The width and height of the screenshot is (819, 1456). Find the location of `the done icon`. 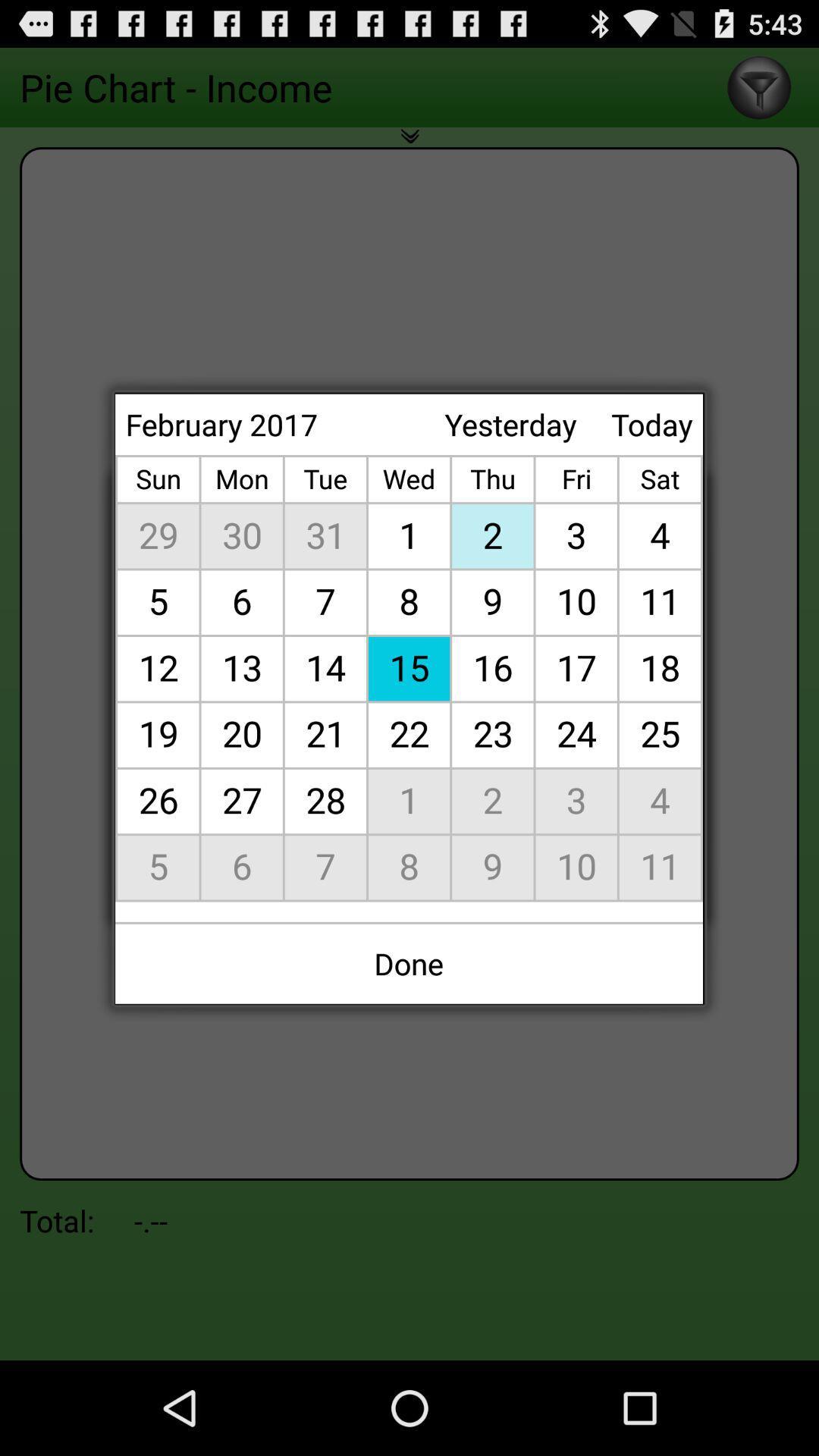

the done icon is located at coordinates (408, 963).